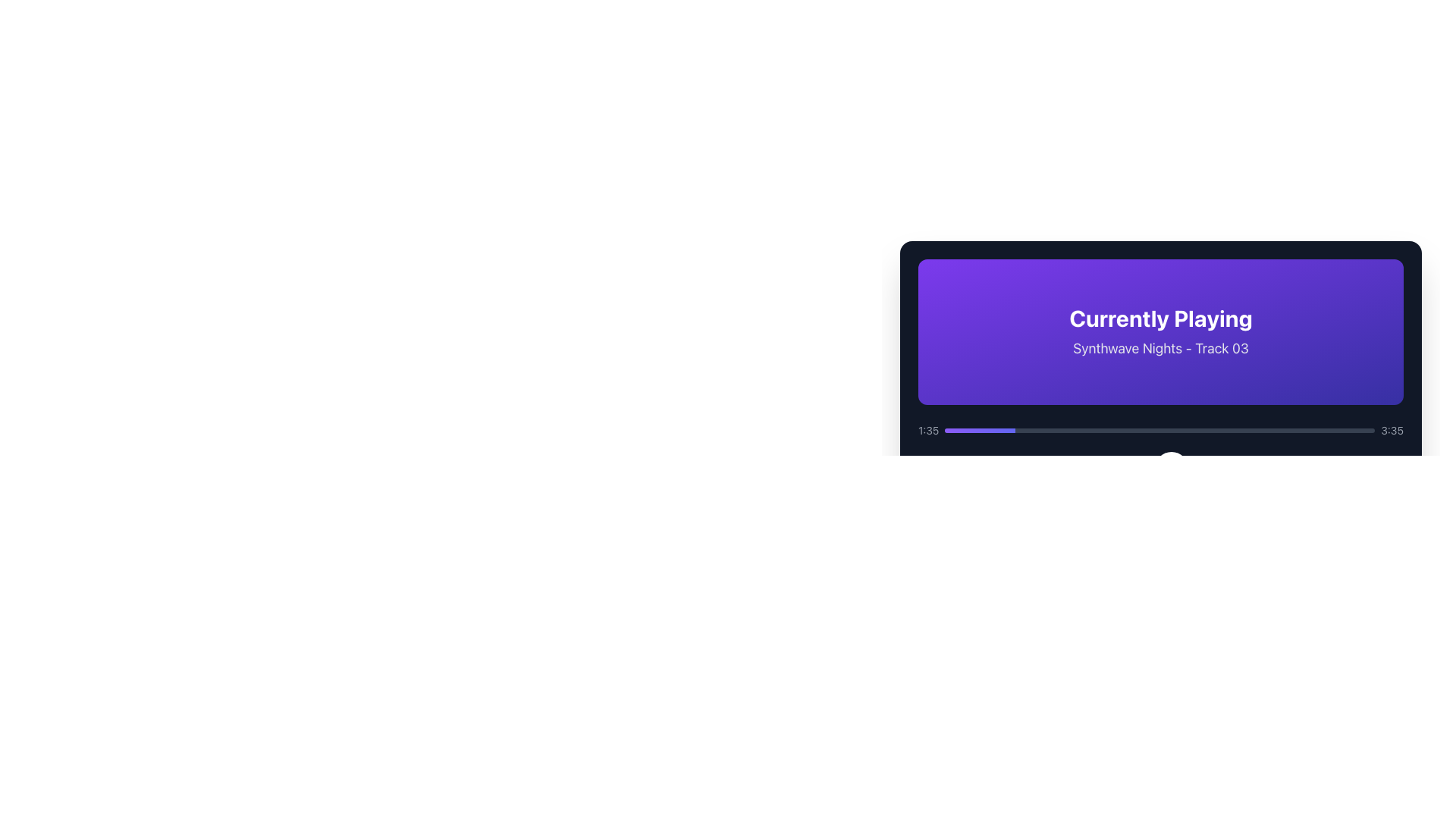  I want to click on displayed time from the text display showing '1:35' in light gray color, positioned at the left end of the progress bar component, so click(927, 430).